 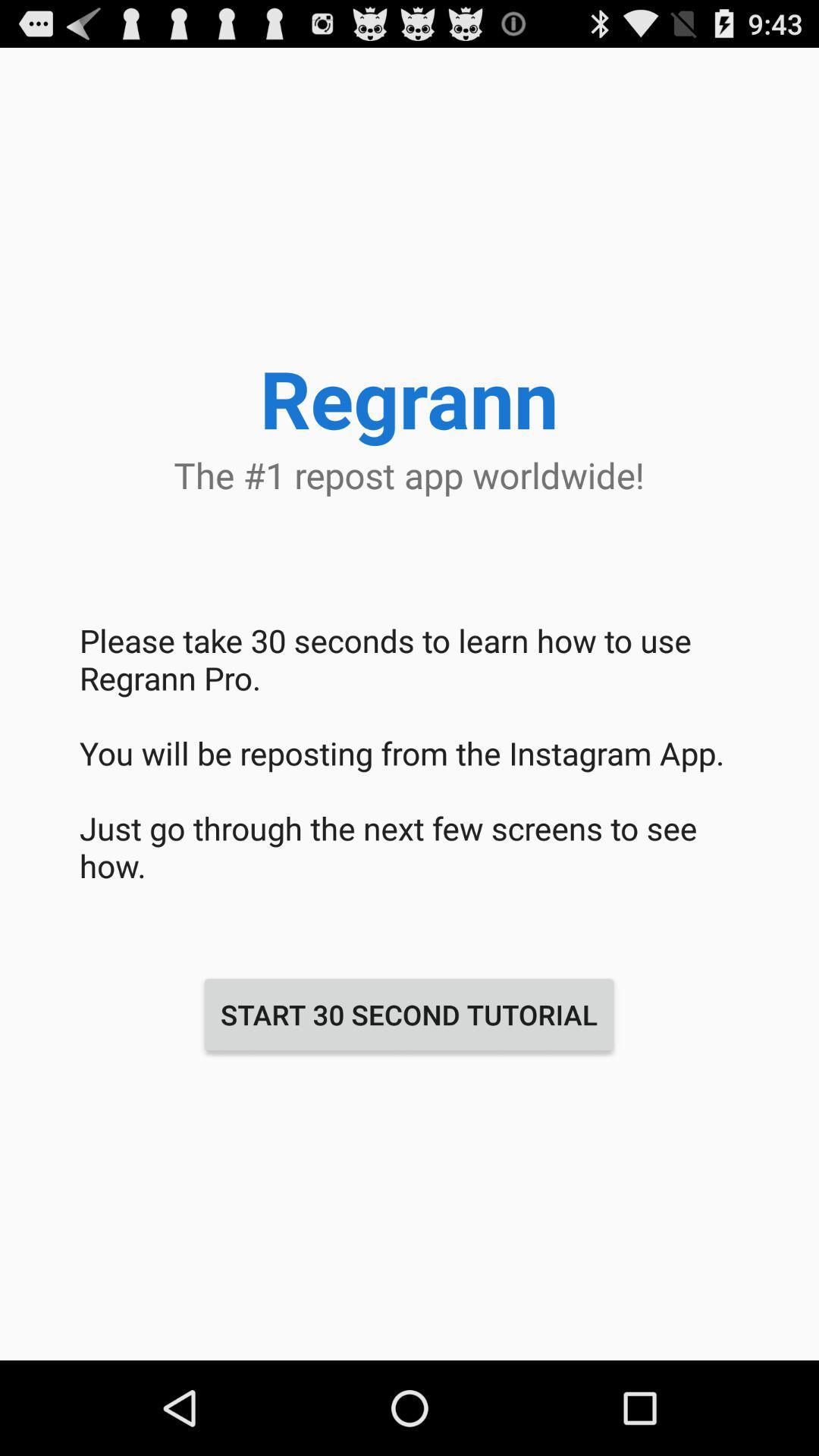 What do you see at coordinates (408, 1015) in the screenshot?
I see `the start 30 second` at bounding box center [408, 1015].